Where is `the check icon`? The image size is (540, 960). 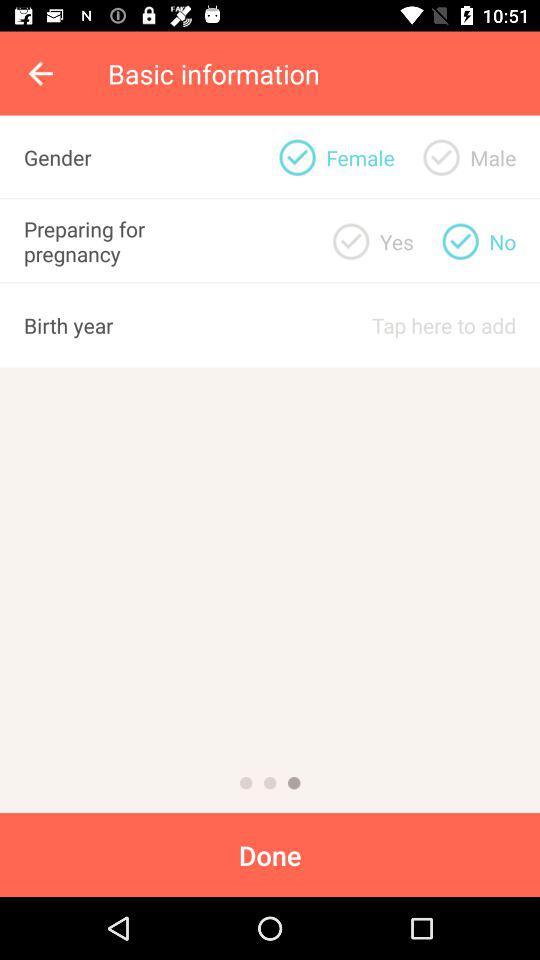
the check icon is located at coordinates (350, 240).